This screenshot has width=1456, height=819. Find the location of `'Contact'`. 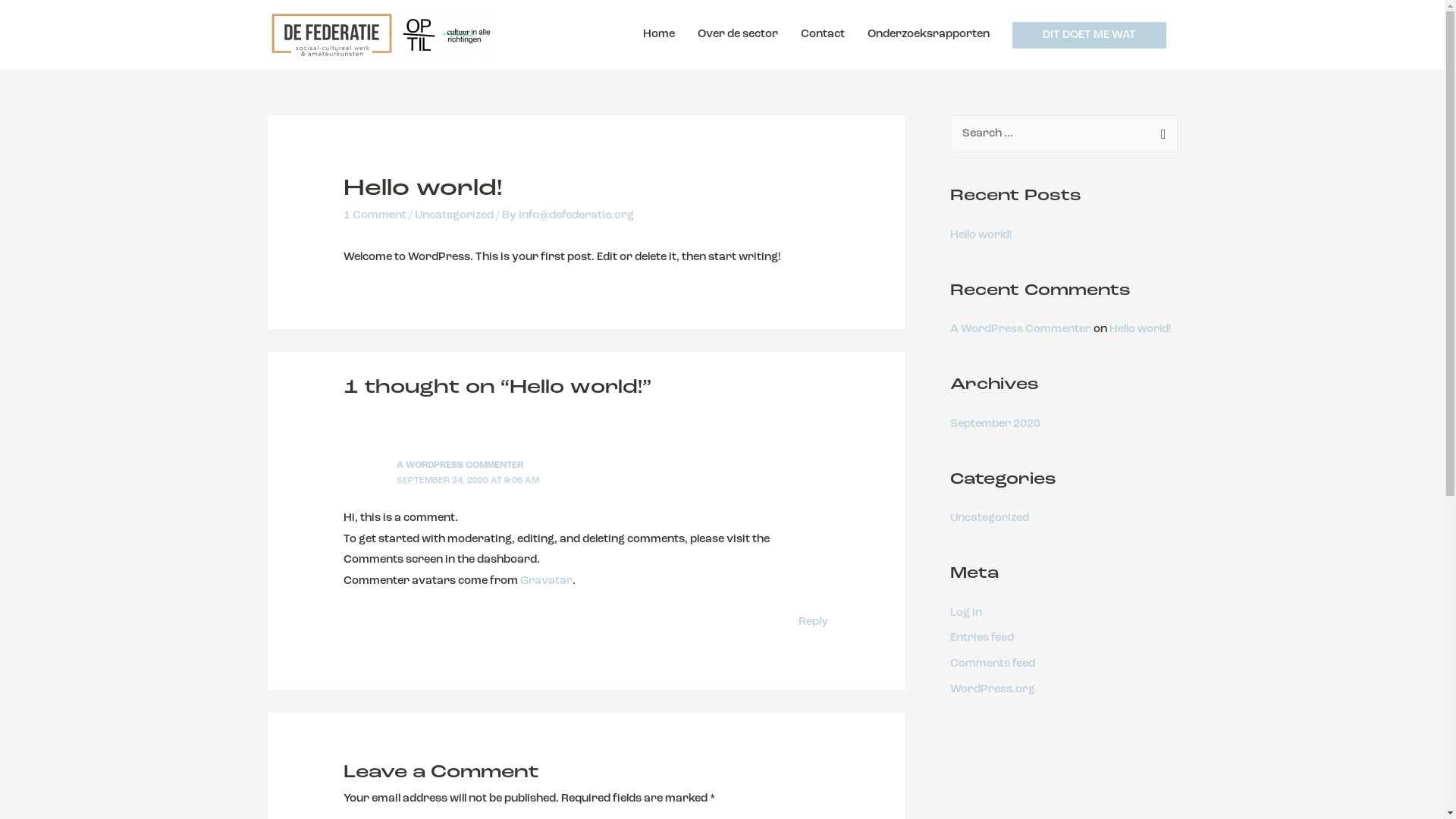

'Contact' is located at coordinates (789, 34).